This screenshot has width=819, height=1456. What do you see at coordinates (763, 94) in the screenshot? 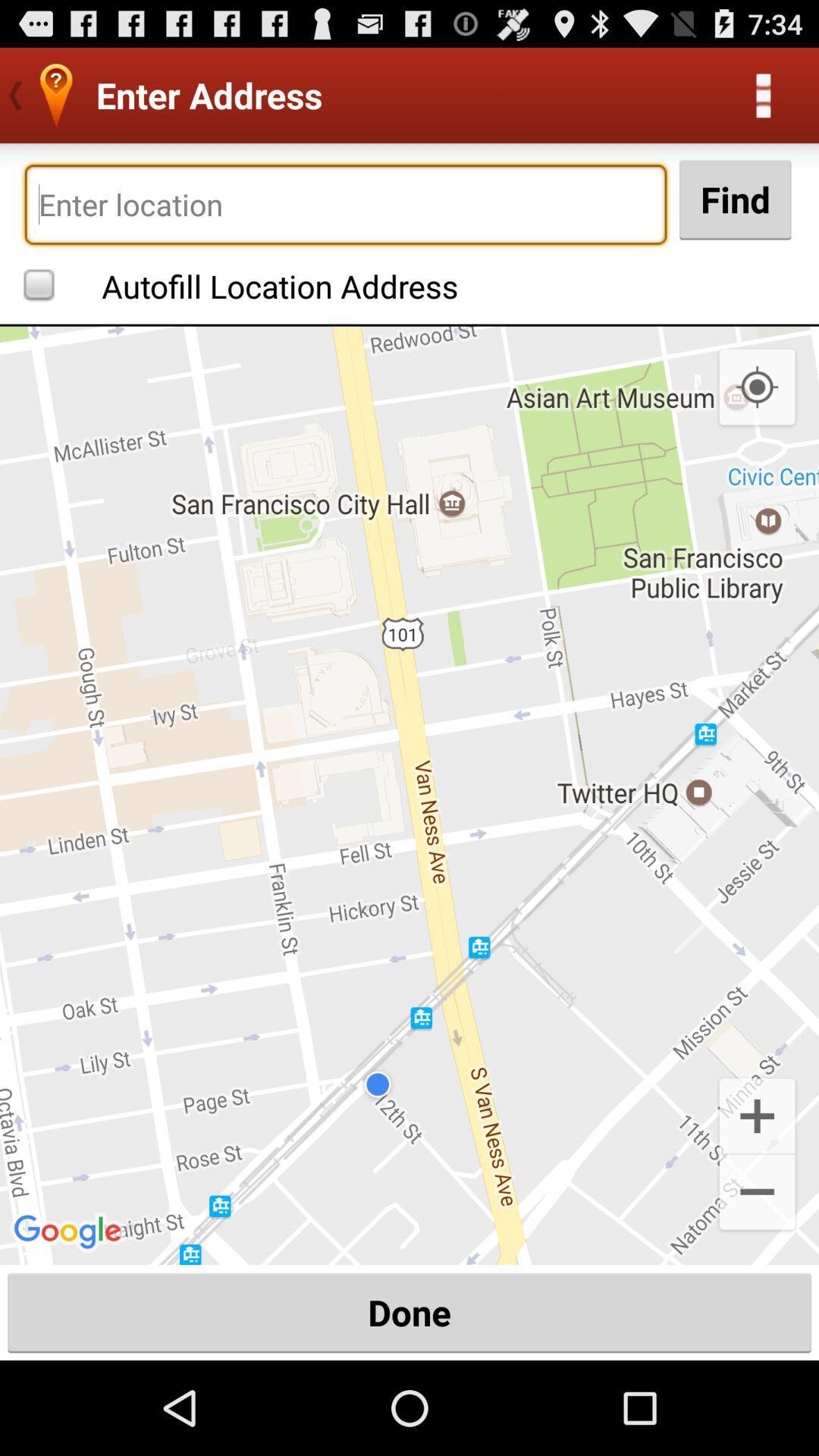
I see `icon above find icon` at bounding box center [763, 94].